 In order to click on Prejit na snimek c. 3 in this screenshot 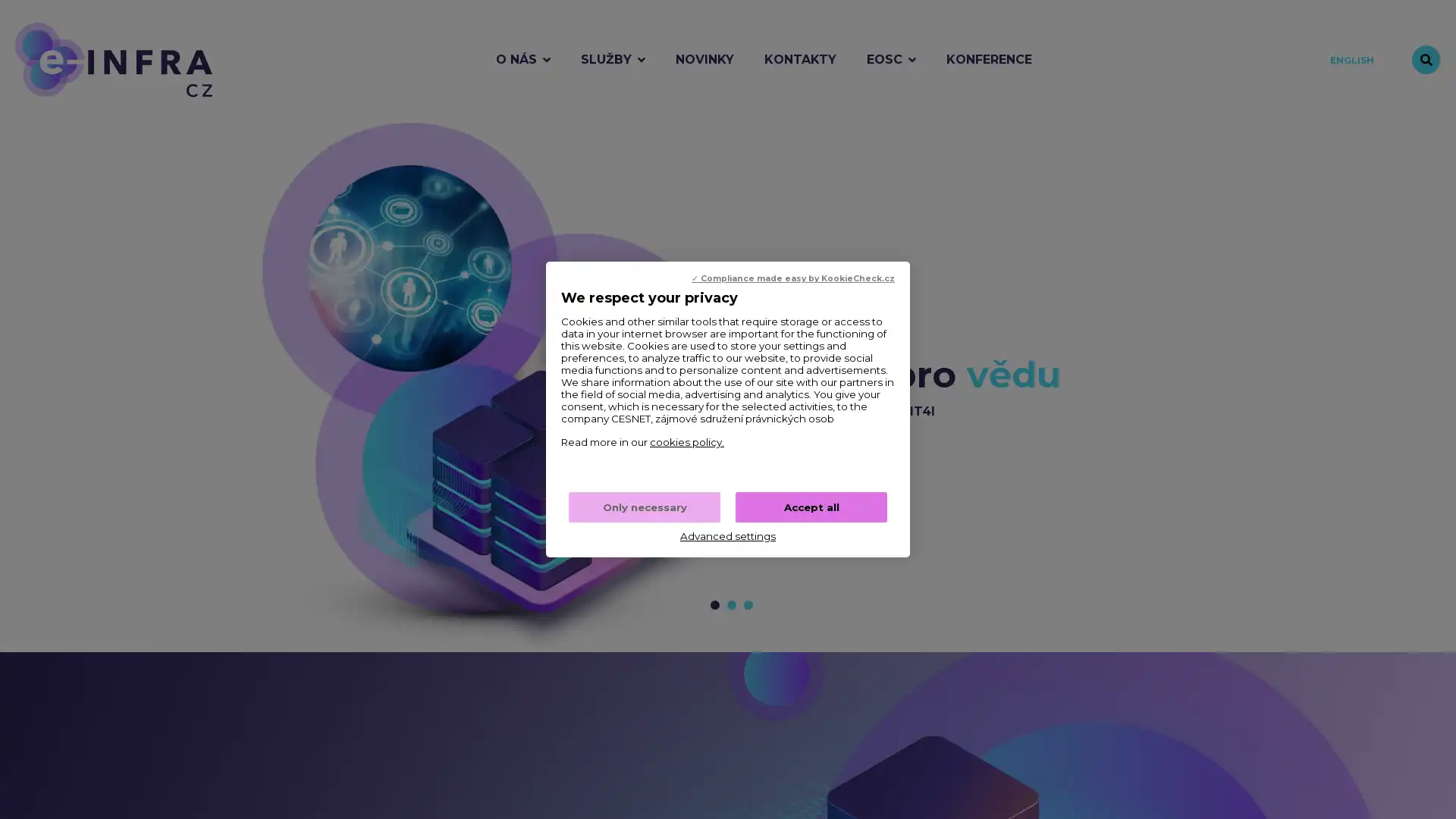, I will do `click(748, 604)`.